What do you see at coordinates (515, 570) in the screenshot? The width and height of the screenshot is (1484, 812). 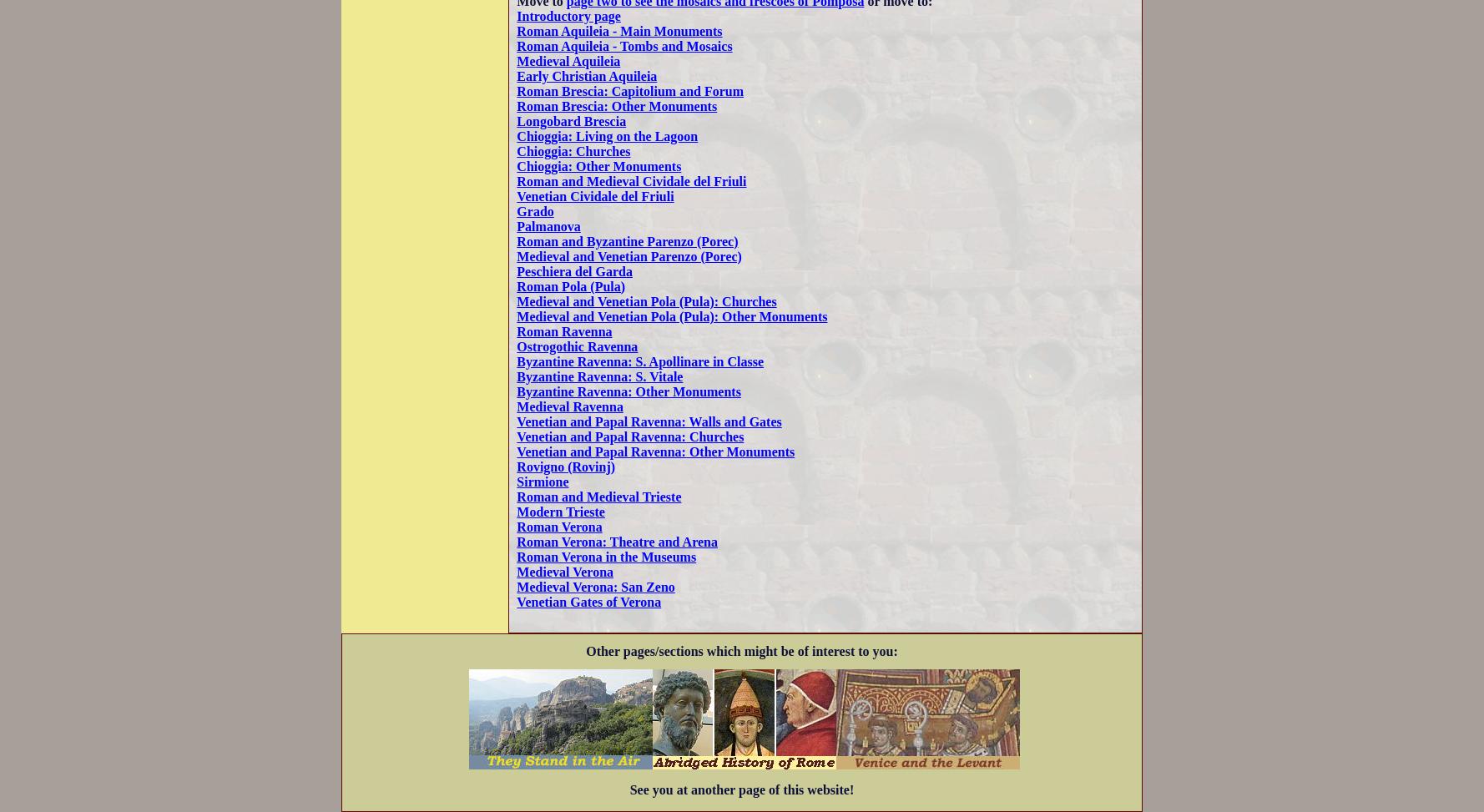 I see `'Medieval Verona'` at bounding box center [515, 570].